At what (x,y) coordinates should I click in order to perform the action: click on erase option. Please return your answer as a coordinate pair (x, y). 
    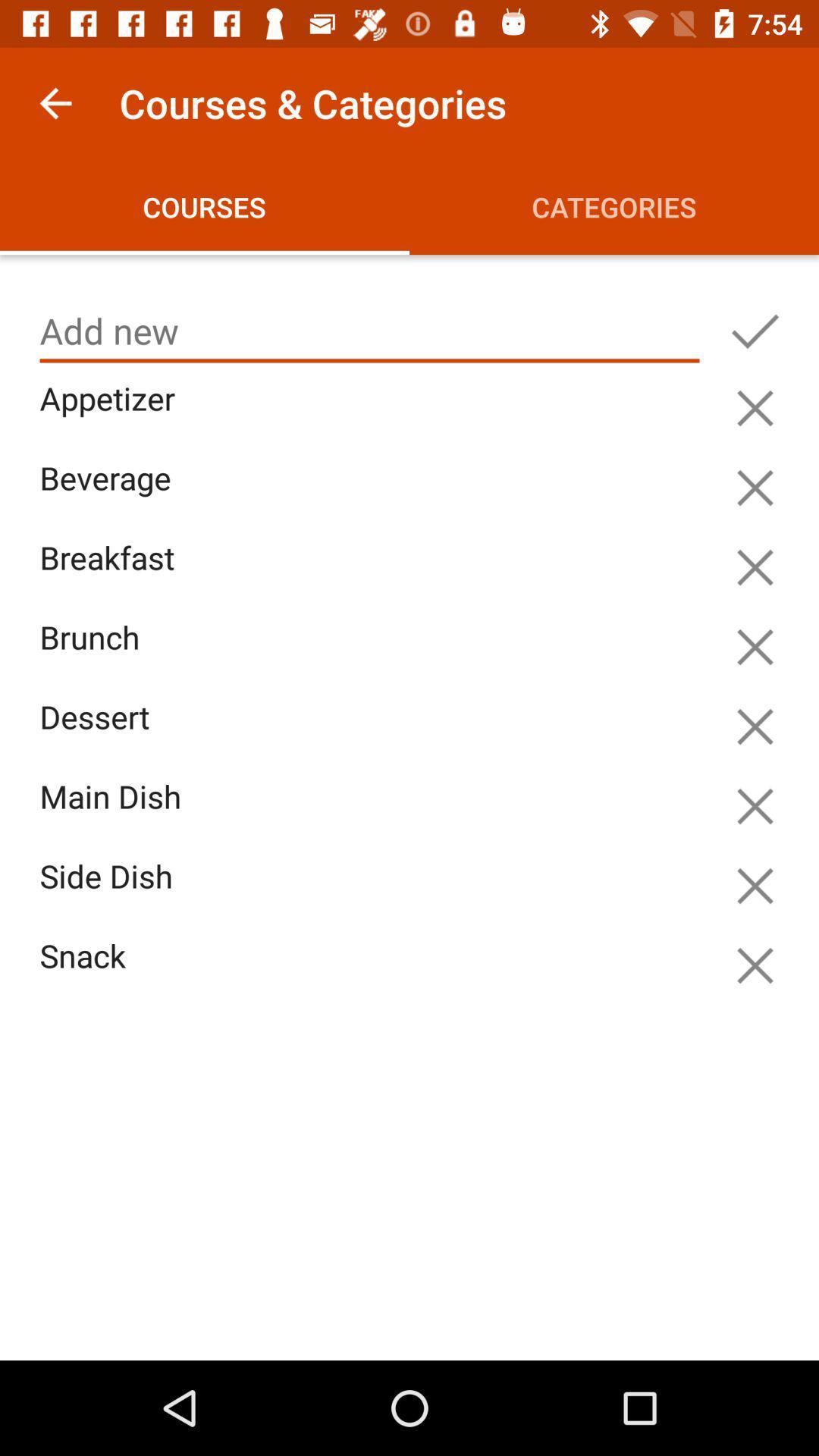
    Looking at the image, I should click on (755, 965).